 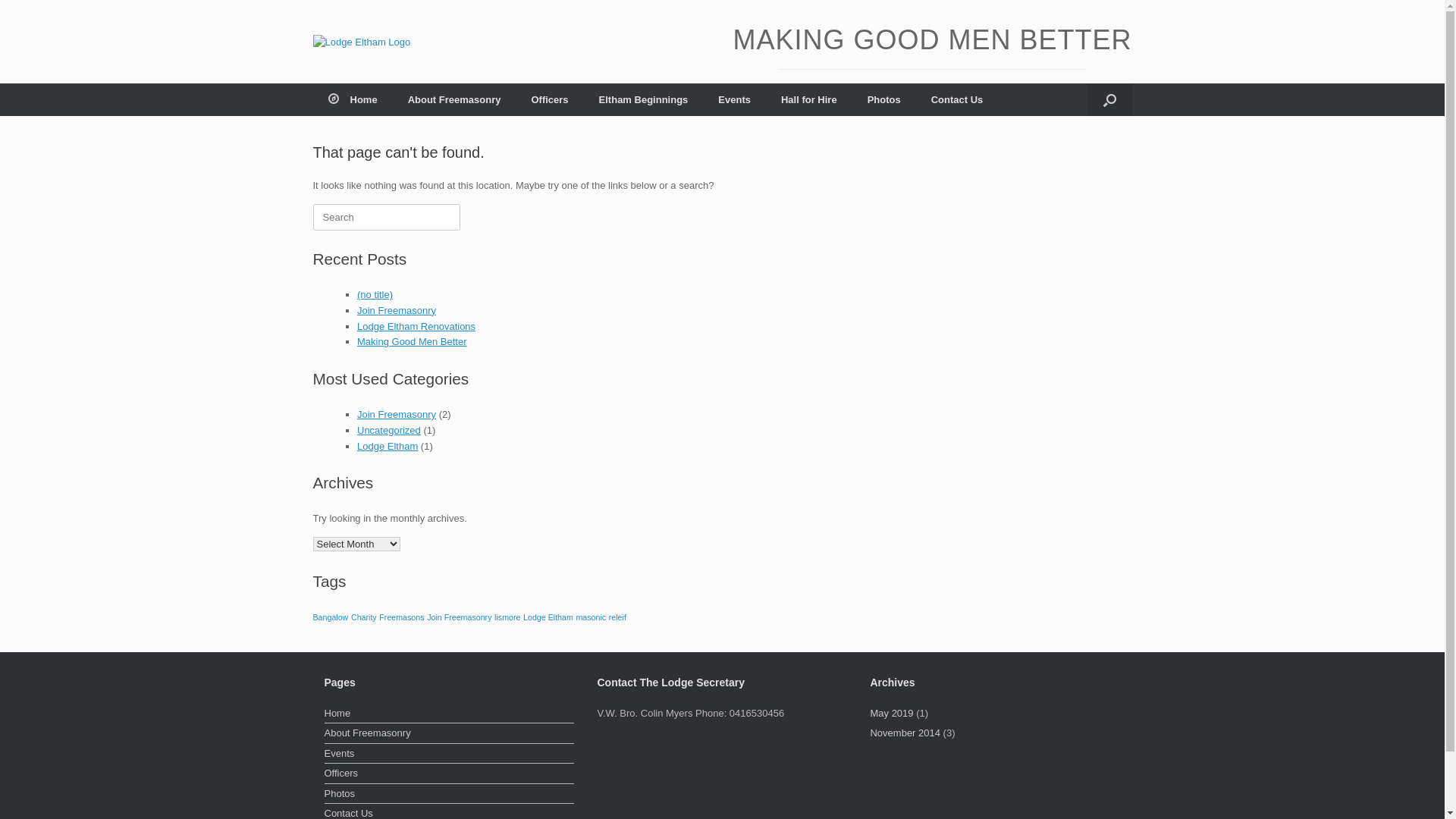 I want to click on 'Eltham Beginnings', so click(x=644, y=99).